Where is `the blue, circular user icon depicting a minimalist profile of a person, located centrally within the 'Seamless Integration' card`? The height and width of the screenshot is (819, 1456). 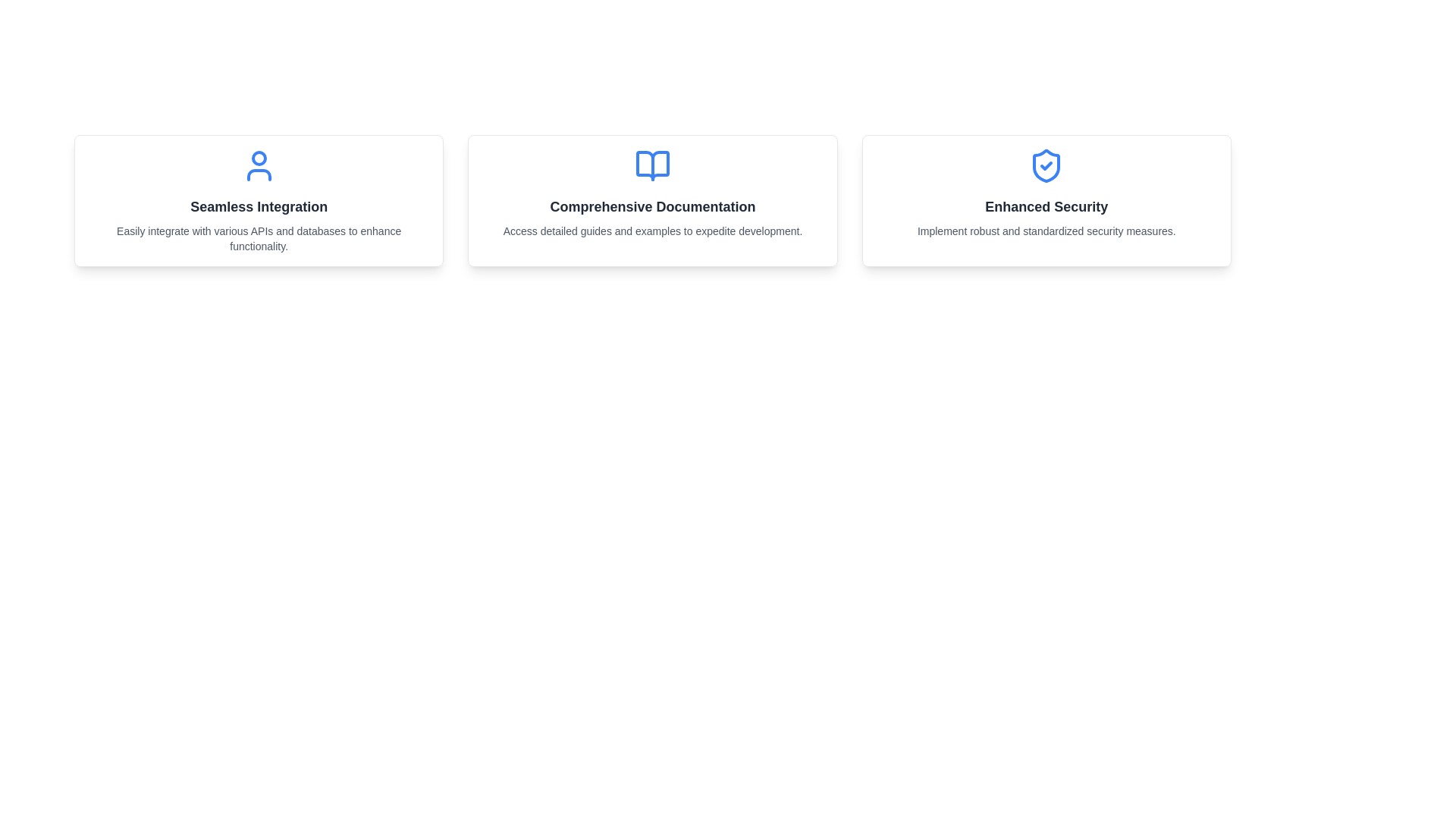 the blue, circular user icon depicting a minimalist profile of a person, located centrally within the 'Seamless Integration' card is located at coordinates (259, 166).